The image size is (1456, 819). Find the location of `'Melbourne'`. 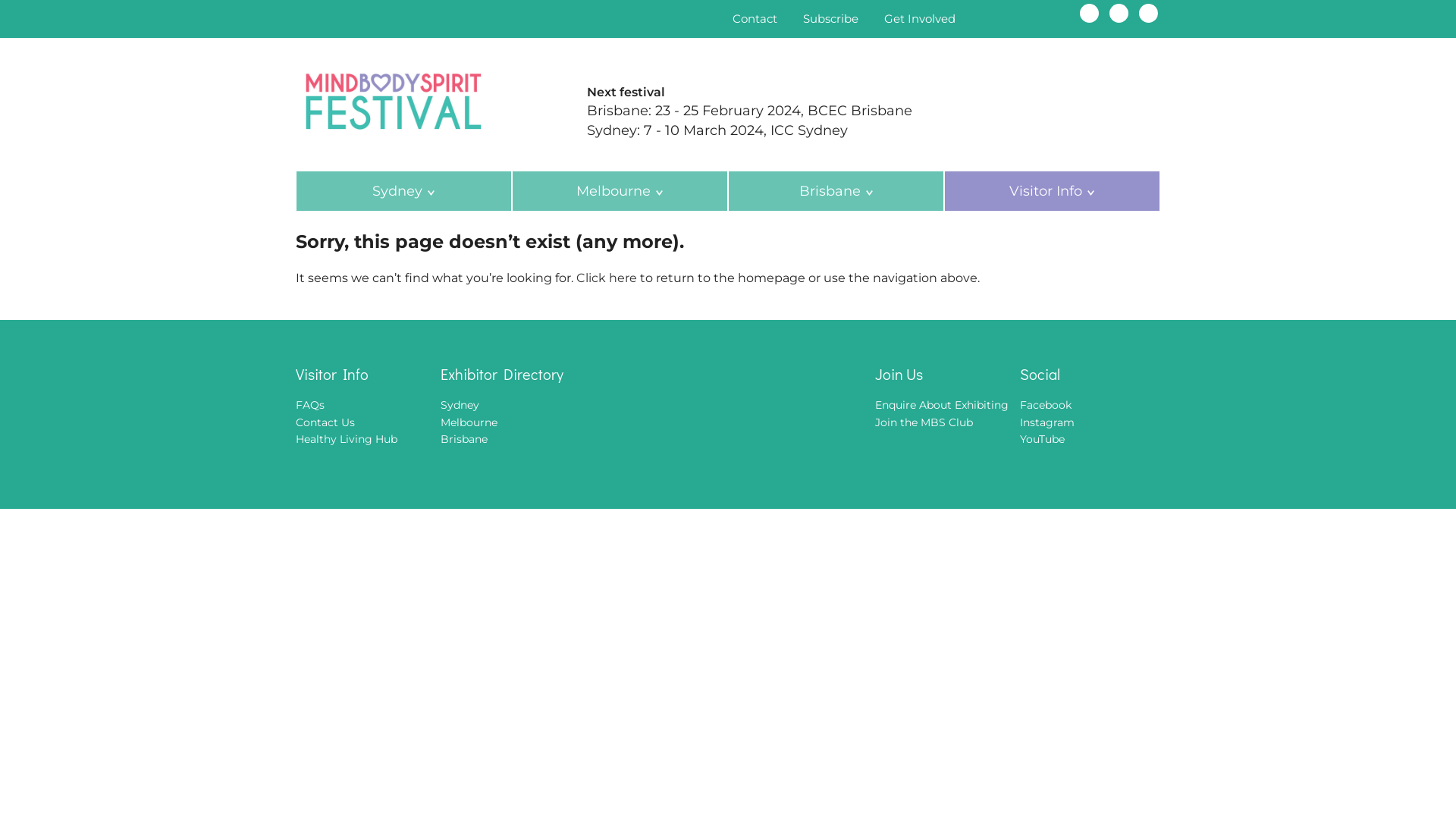

'Melbourne' is located at coordinates (620, 190).